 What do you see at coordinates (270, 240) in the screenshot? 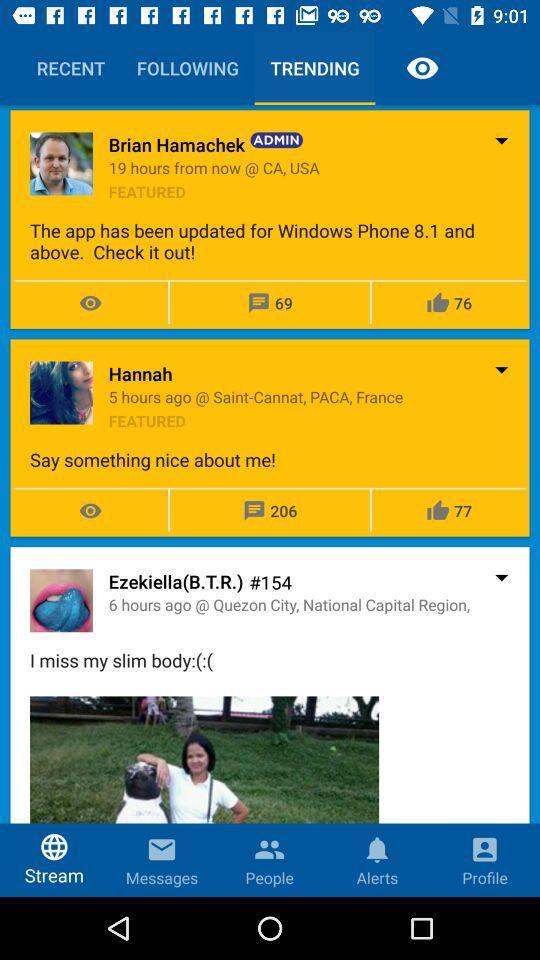
I see `the the app has` at bounding box center [270, 240].